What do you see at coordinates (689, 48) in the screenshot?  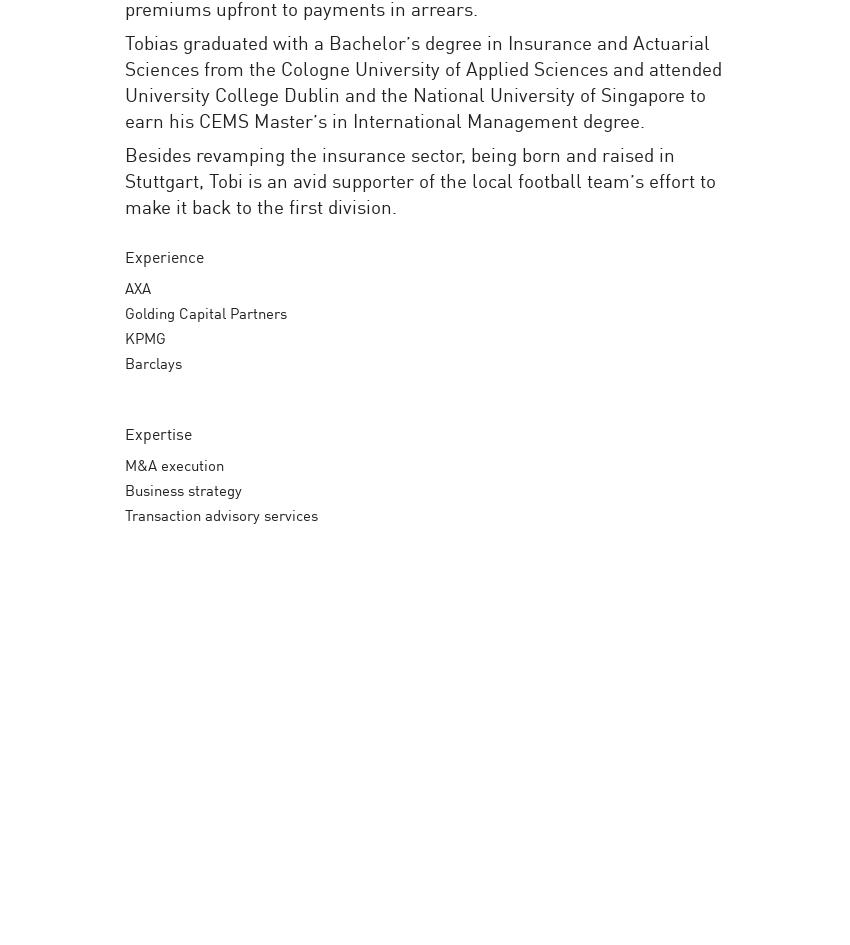 I see `'careers'` at bounding box center [689, 48].